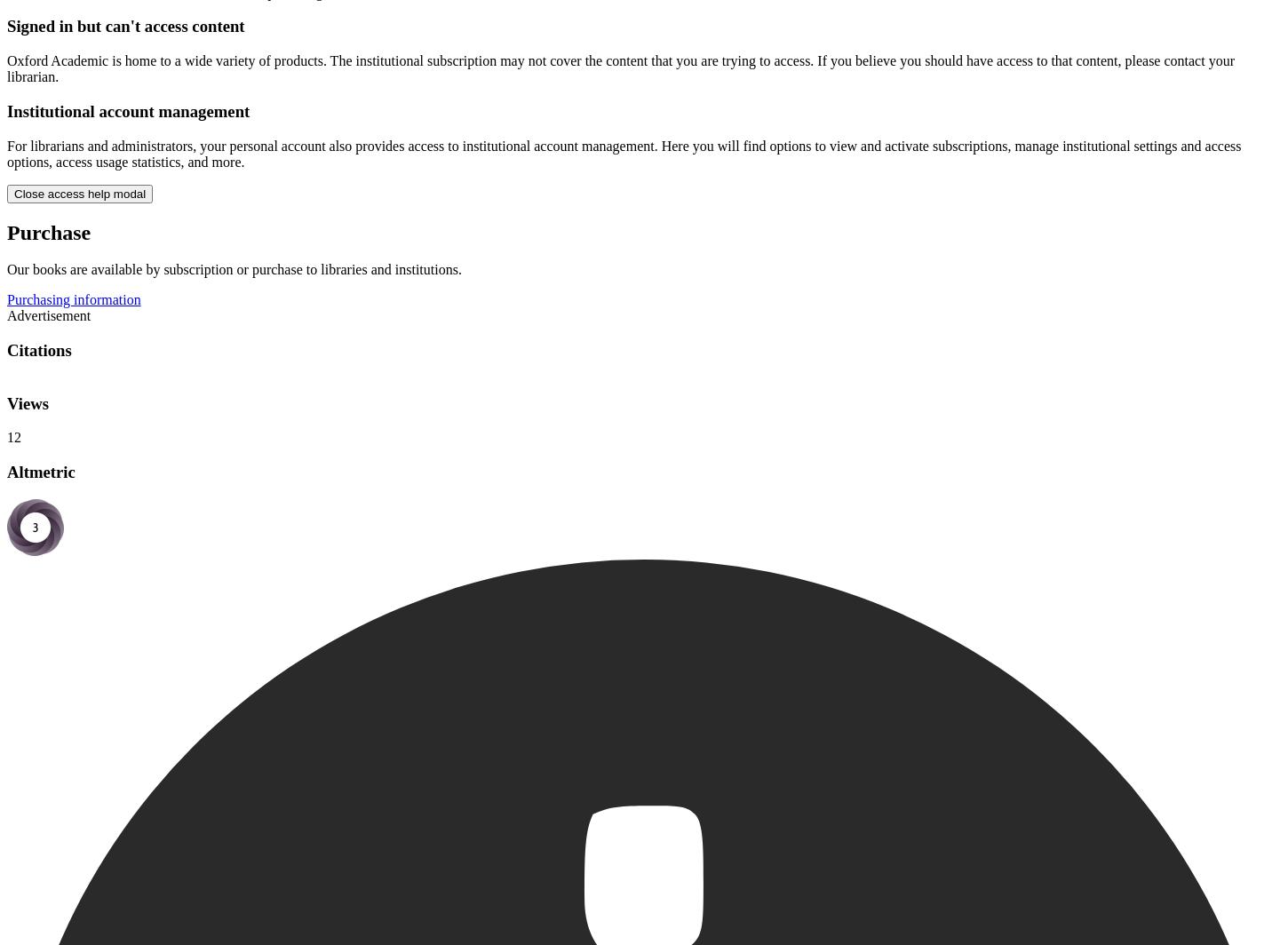 Image resolution: width=1288 pixels, height=945 pixels. What do you see at coordinates (124, 26) in the screenshot?
I see `'Signed in but can't access content'` at bounding box center [124, 26].